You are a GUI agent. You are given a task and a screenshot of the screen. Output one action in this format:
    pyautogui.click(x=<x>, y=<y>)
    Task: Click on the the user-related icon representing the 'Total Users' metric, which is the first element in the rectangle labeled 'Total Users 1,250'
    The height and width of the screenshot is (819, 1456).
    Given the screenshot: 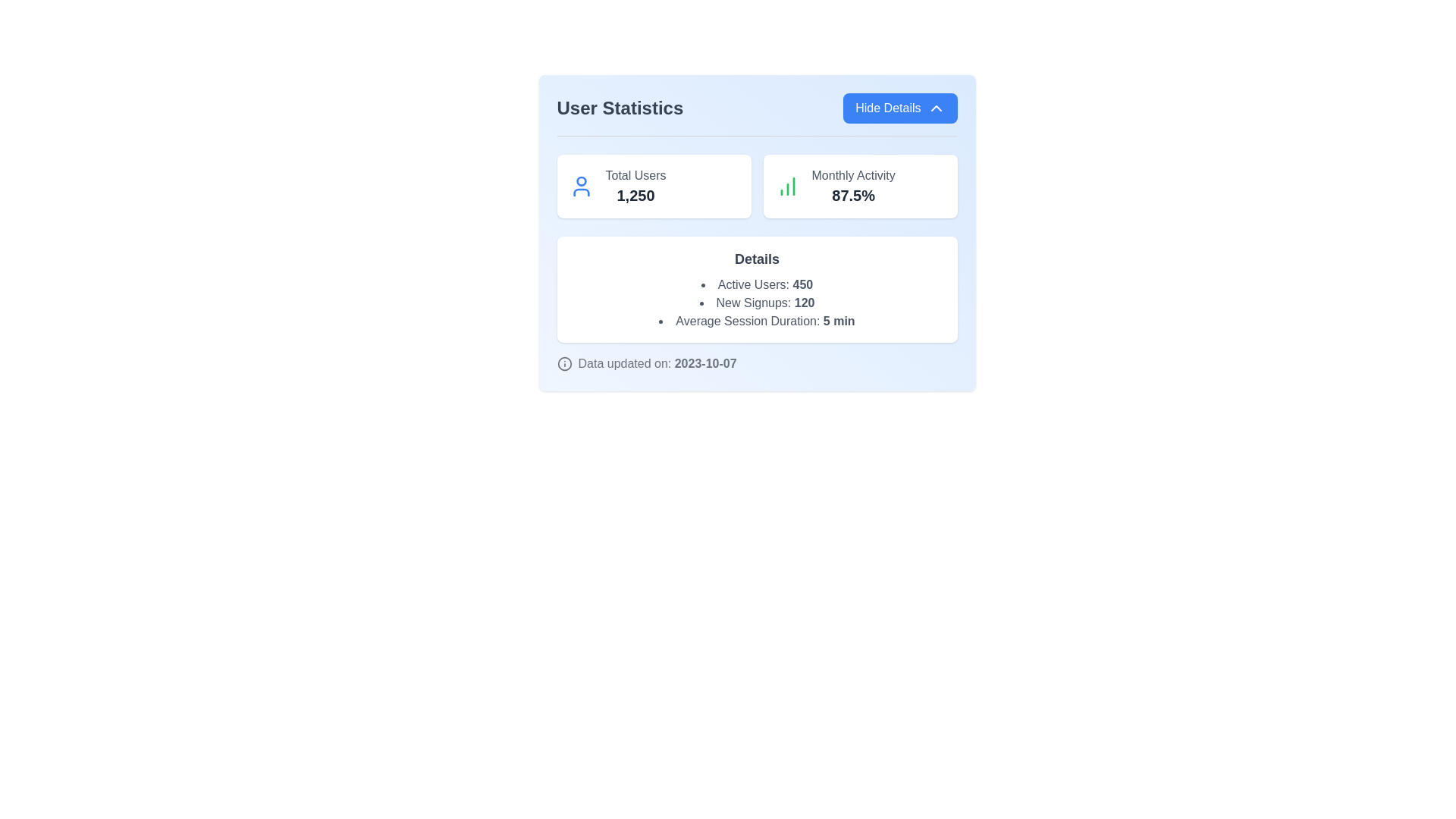 What is the action you would take?
    pyautogui.click(x=580, y=186)
    